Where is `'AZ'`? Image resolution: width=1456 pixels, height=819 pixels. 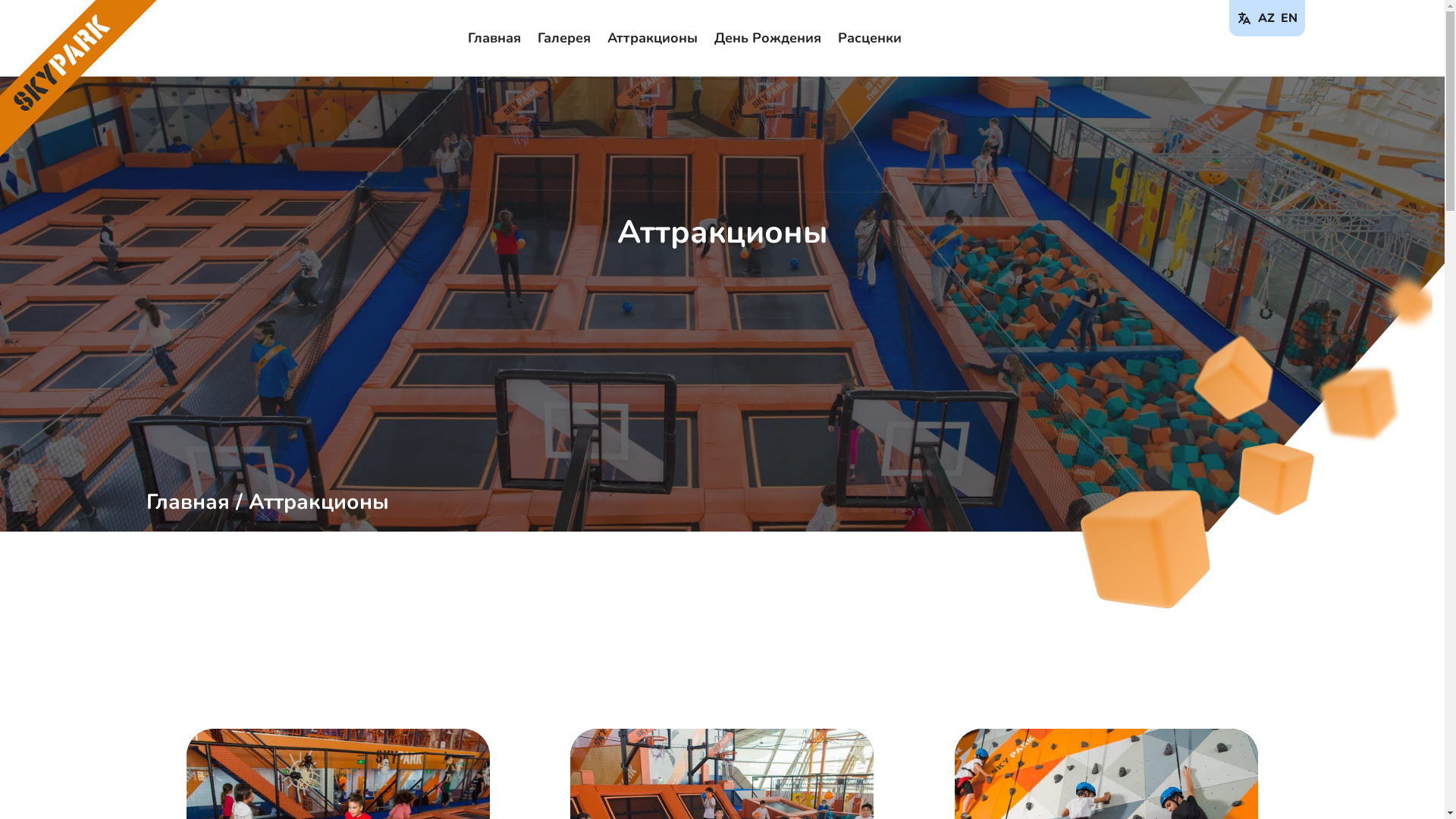 'AZ' is located at coordinates (1266, 17).